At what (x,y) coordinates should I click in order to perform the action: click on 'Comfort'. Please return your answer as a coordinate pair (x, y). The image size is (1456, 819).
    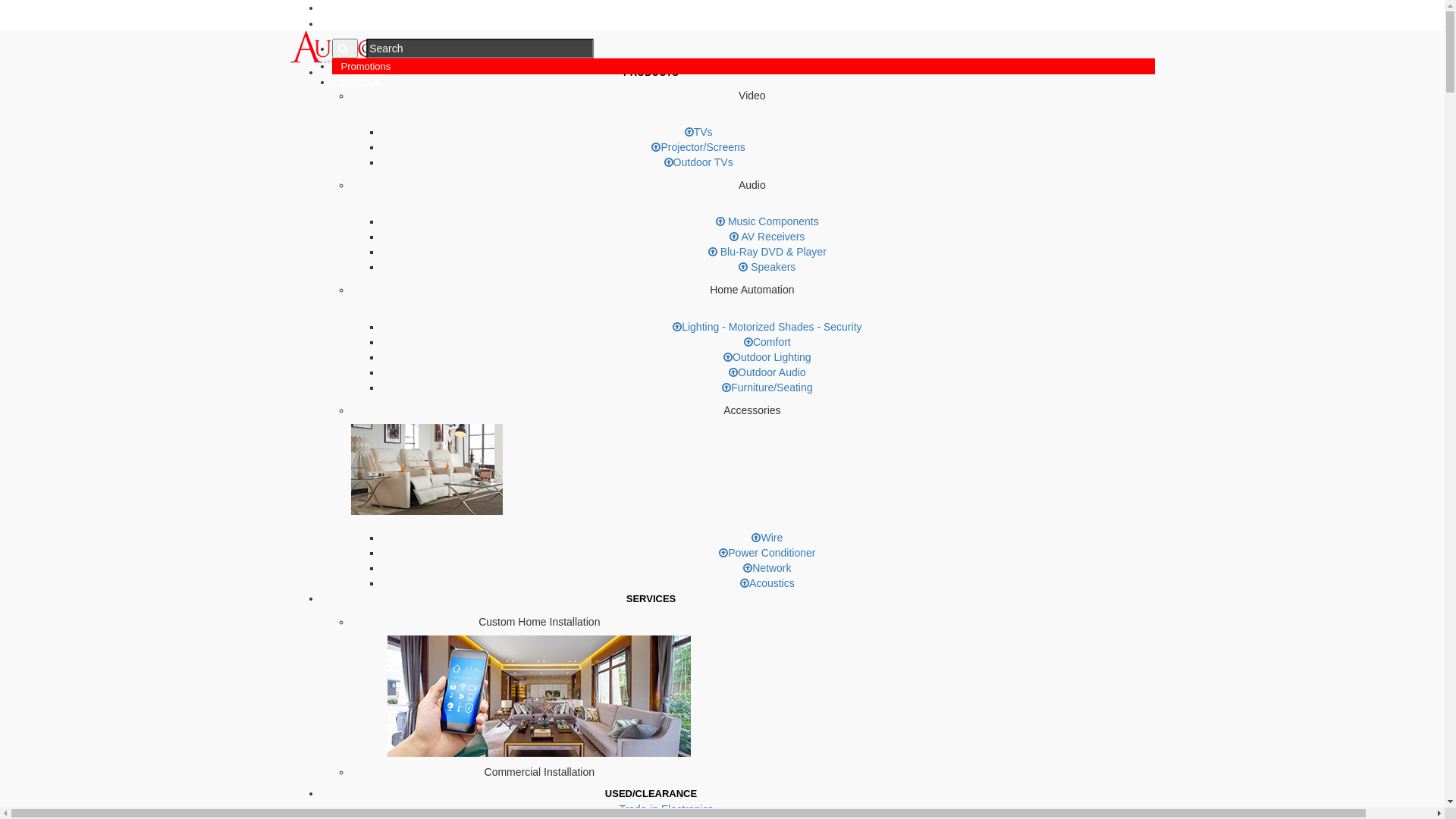
    Looking at the image, I should click on (767, 342).